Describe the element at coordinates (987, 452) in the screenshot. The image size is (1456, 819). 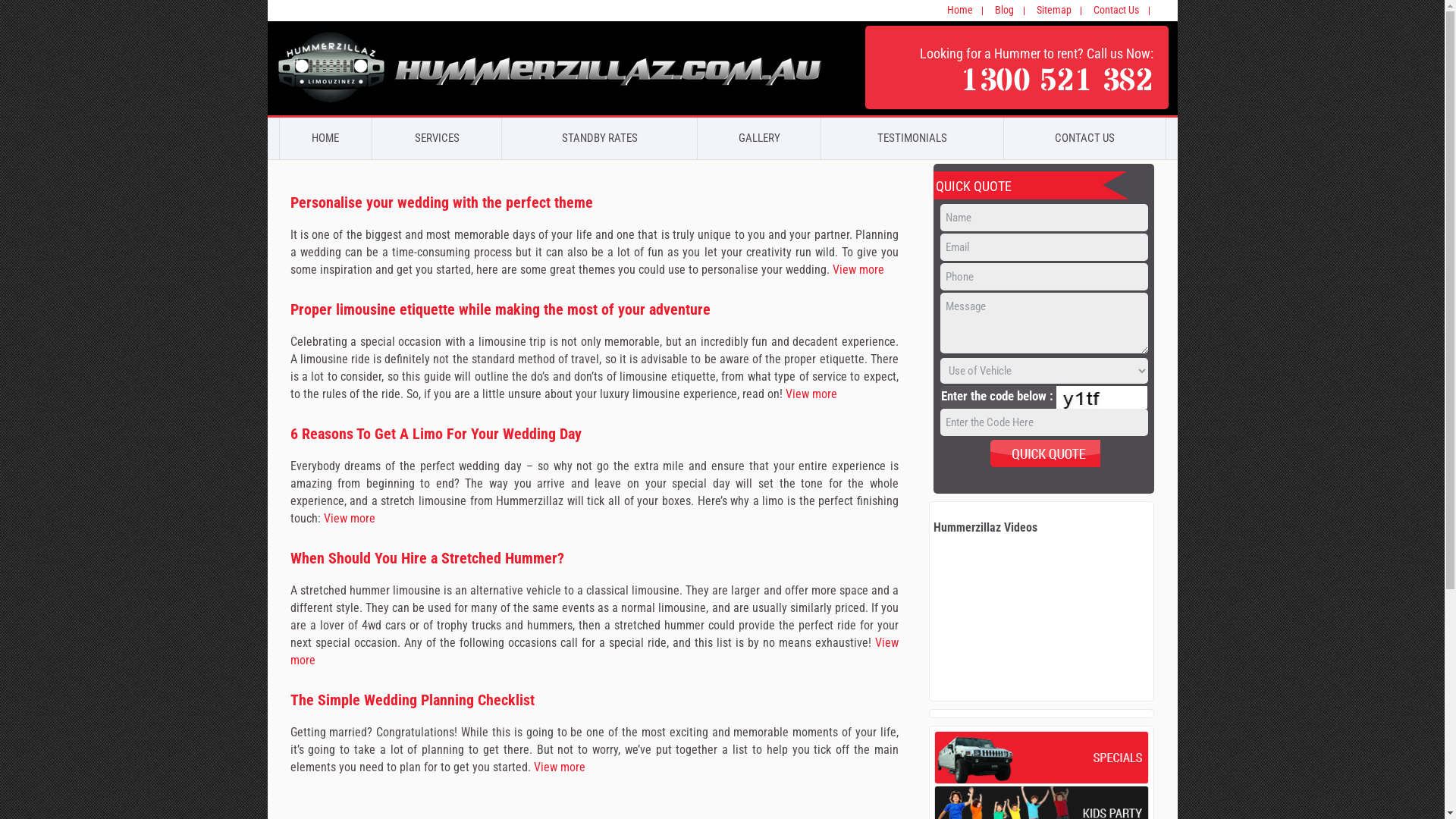
I see `'Send'` at that location.